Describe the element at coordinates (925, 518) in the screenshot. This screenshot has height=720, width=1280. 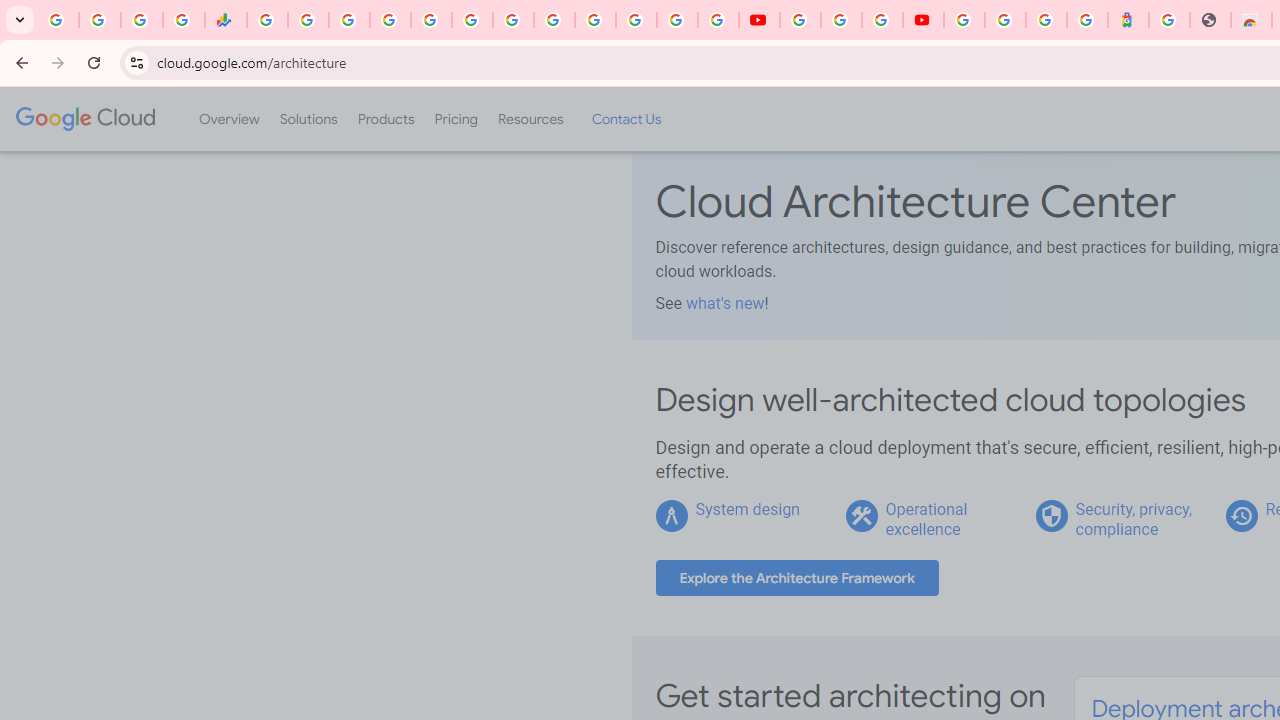
I see `'Operational excellence'` at that location.